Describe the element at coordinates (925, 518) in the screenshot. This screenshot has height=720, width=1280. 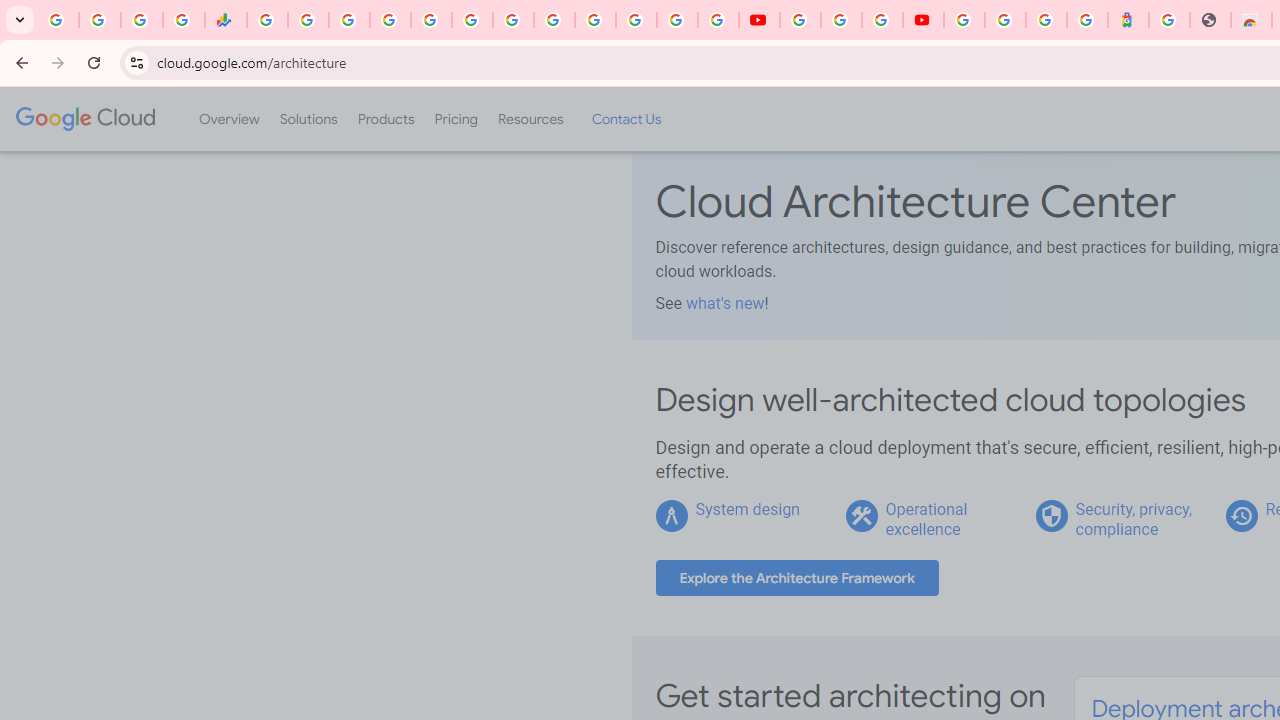
I see `'Operational excellence'` at that location.